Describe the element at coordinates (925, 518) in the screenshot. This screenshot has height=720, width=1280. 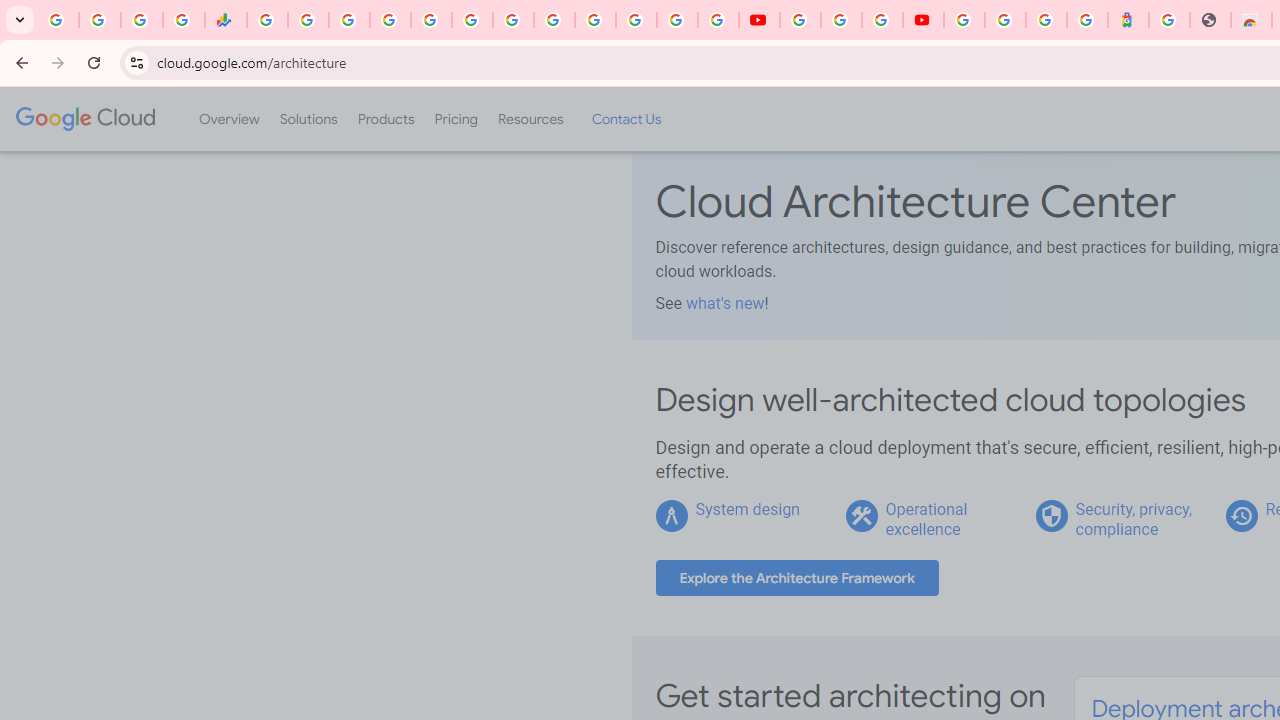
I see `'Operational excellence'` at that location.